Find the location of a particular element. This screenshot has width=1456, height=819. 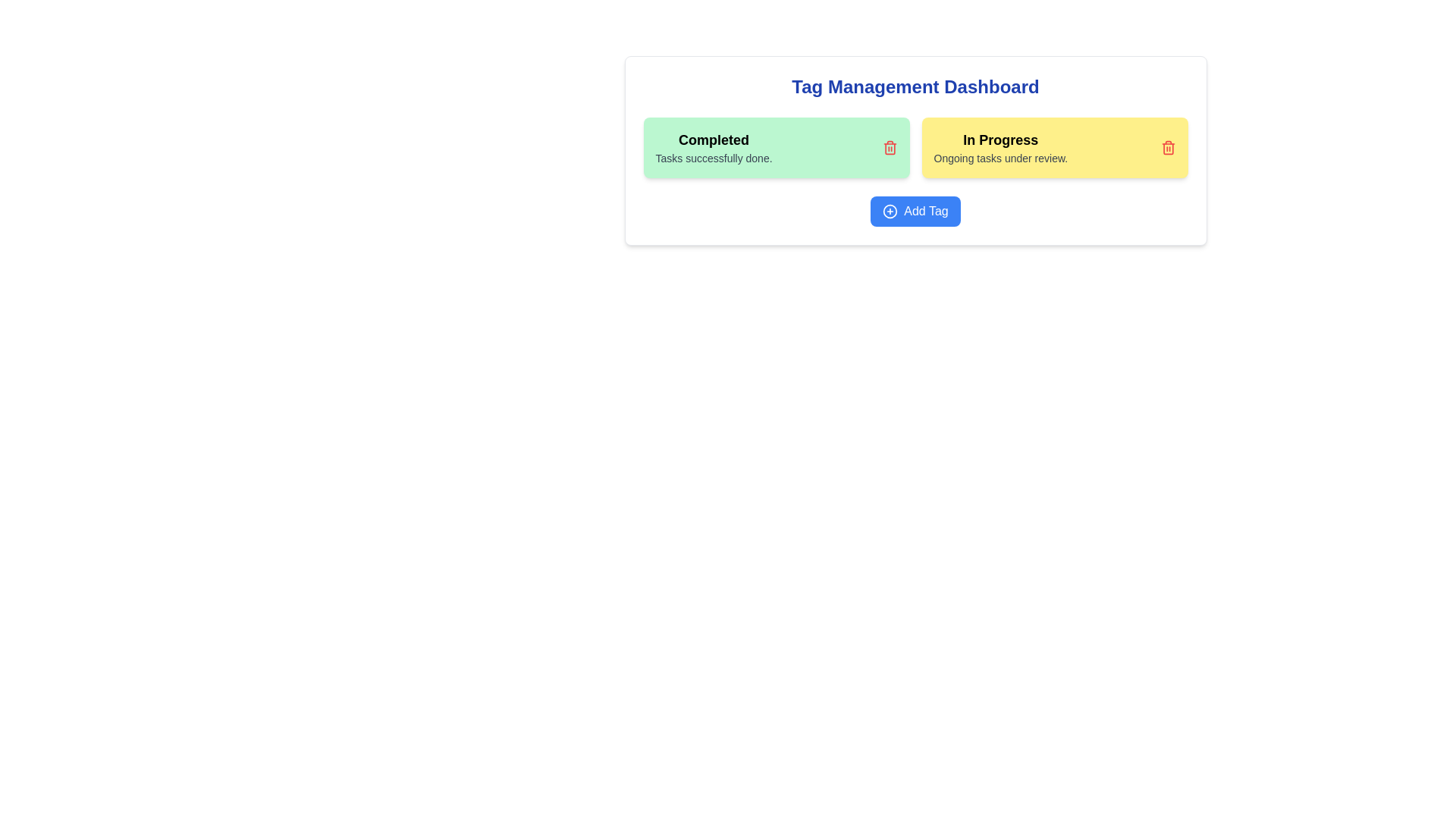

the text label indicating the status of tasks in the 'Completed' category, which is located below the 'Completed' text within a light green card in the 'Tag Management Dashboard' is located at coordinates (713, 158).